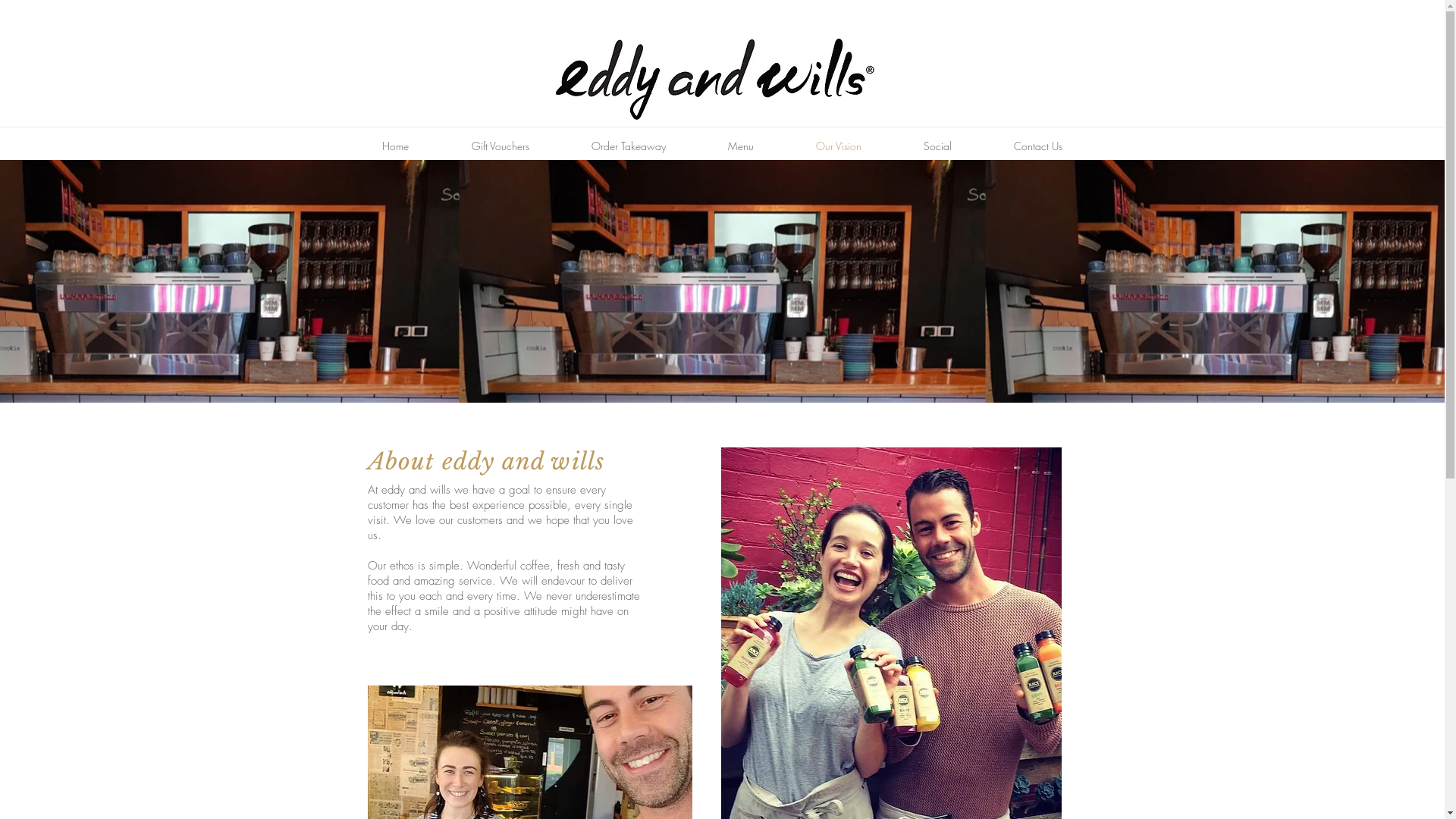 Image resolution: width=1456 pixels, height=819 pixels. Describe the element at coordinates (349, 146) in the screenshot. I see `'Home'` at that location.